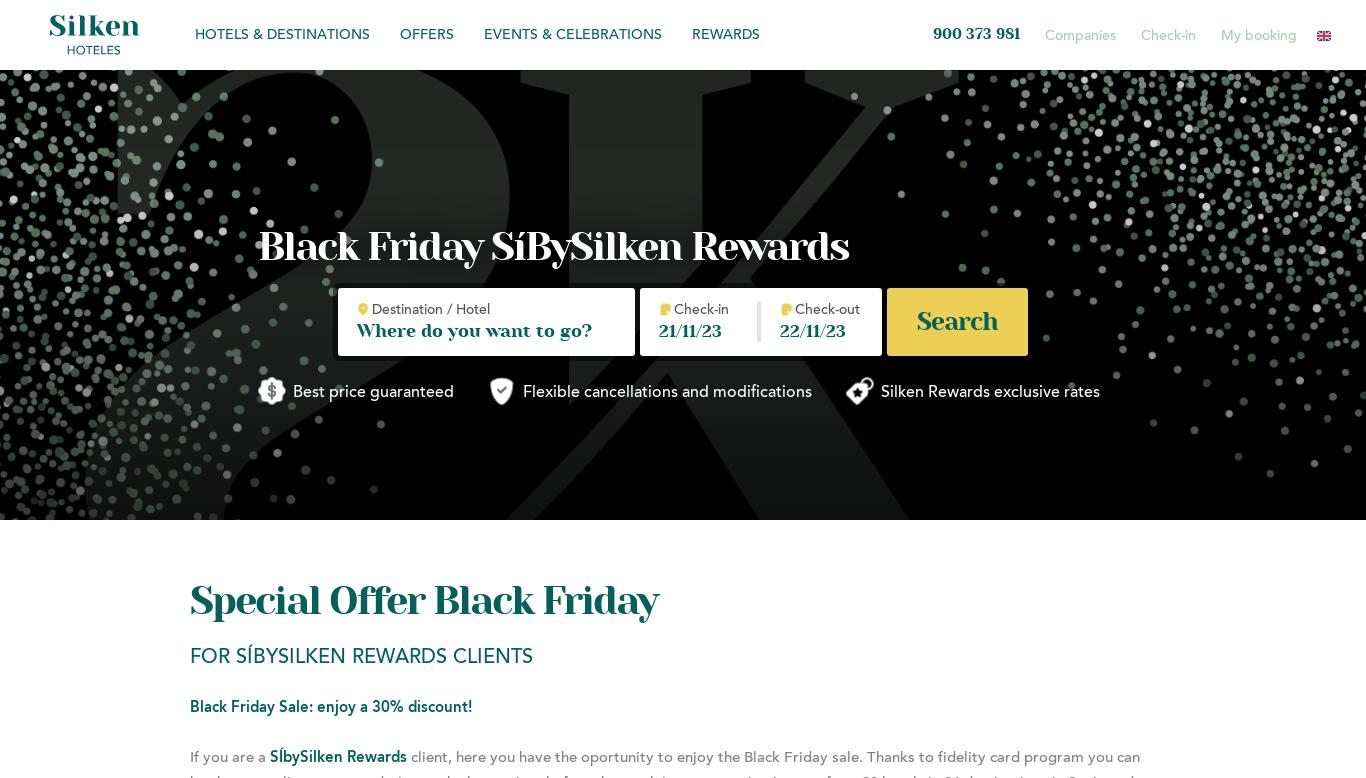 The height and width of the screenshot is (778, 1366). What do you see at coordinates (370, 310) in the screenshot?
I see `'Destination / Hotel'` at bounding box center [370, 310].